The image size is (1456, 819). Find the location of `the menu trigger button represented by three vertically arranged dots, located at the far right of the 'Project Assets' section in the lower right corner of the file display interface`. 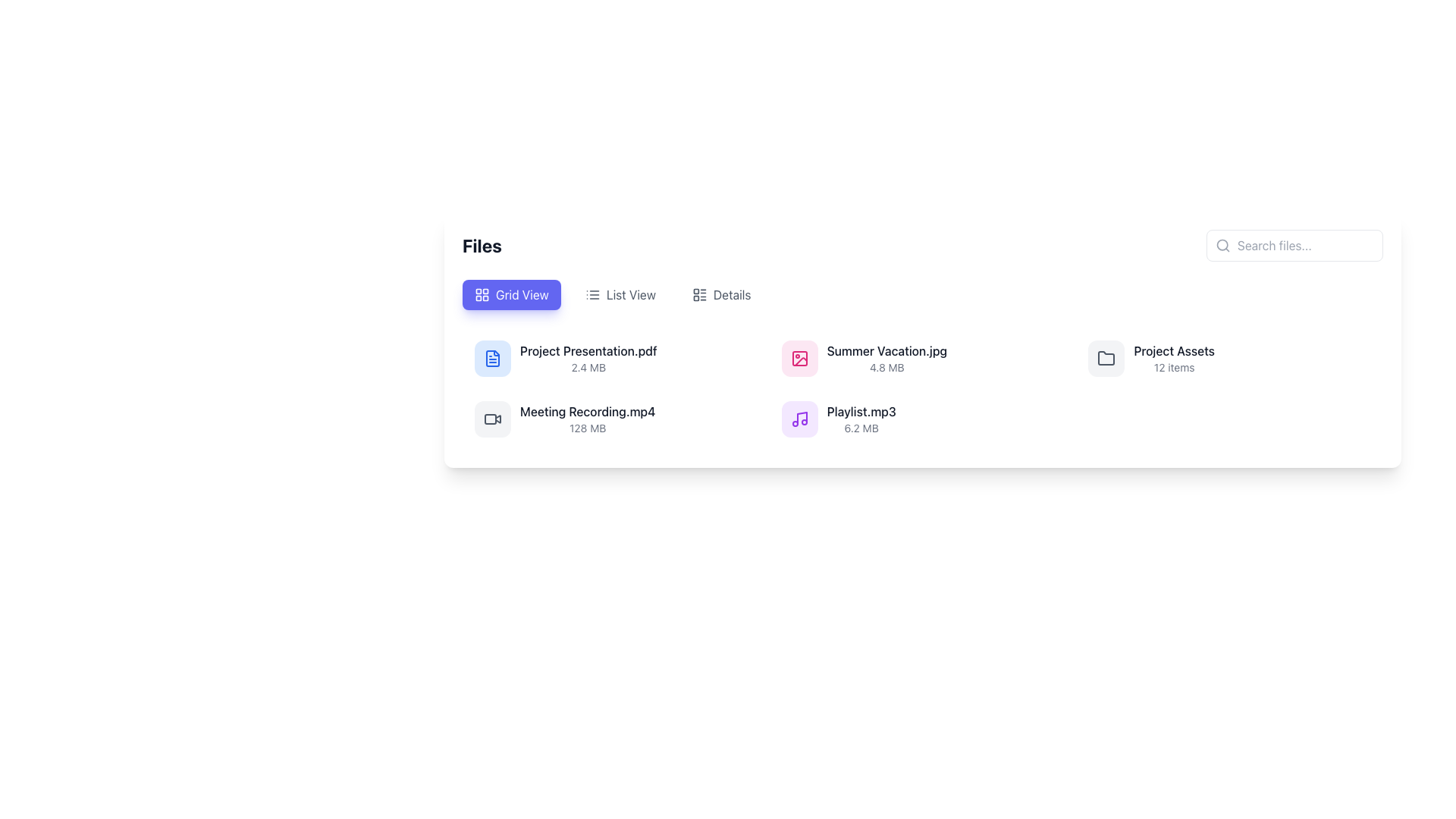

the menu trigger button represented by three vertically arranged dots, located at the far right of the 'Project Assets' section in the lower right corner of the file display interface is located at coordinates (1361, 350).